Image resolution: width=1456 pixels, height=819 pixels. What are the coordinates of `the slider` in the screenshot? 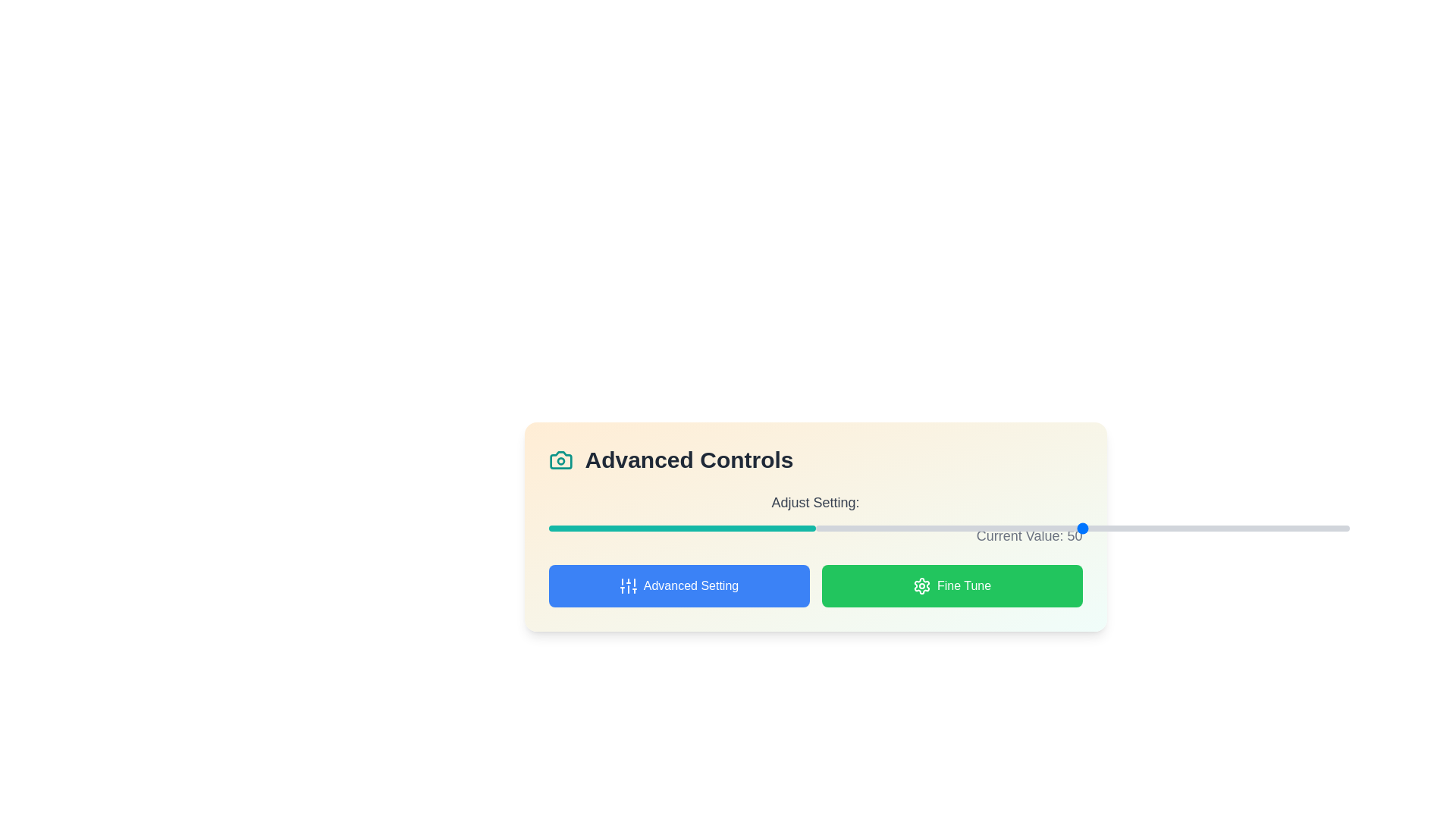 It's located at (655, 525).